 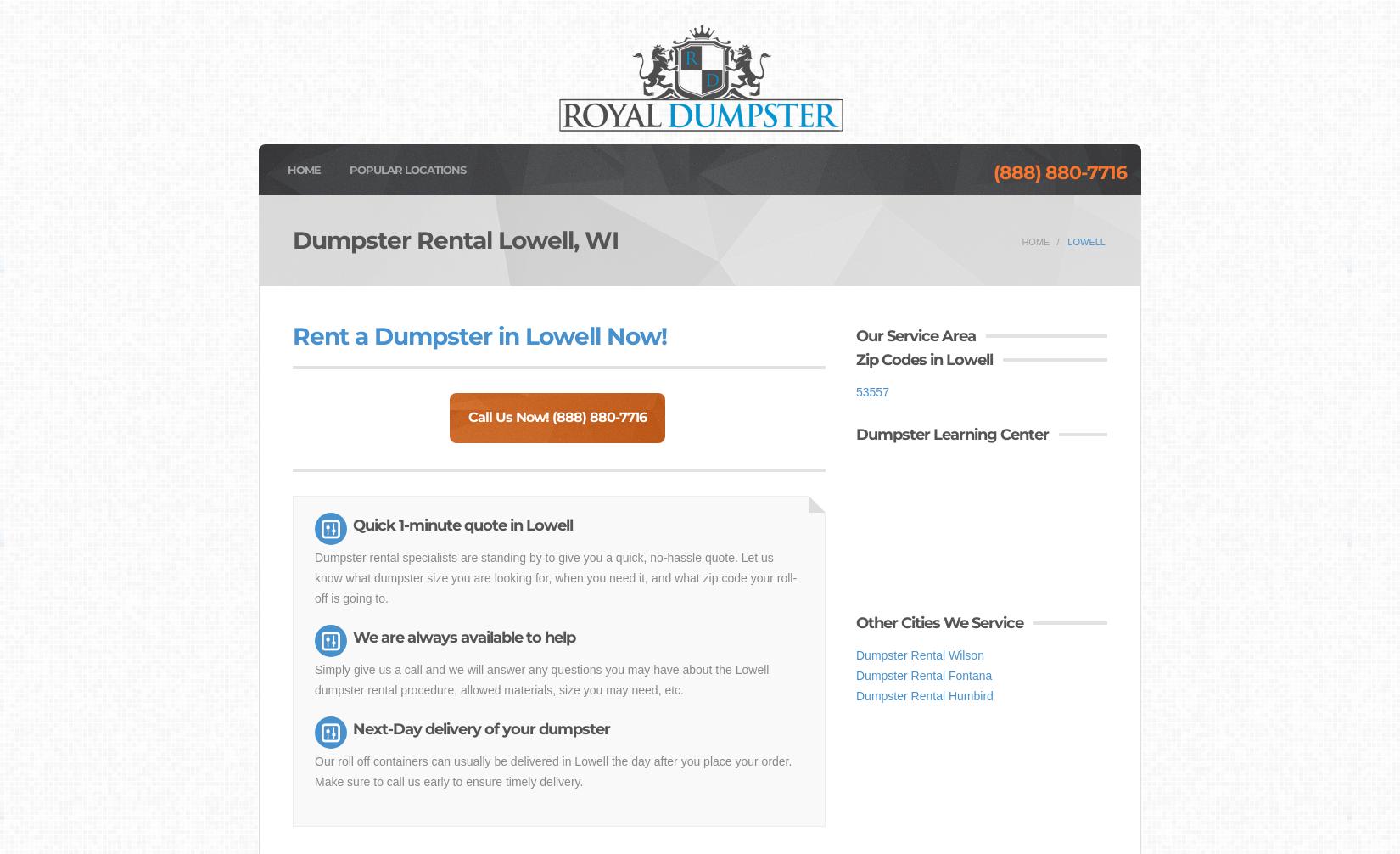 I want to click on 'Rent a Dumpster in Lowell Now!', so click(x=479, y=334).